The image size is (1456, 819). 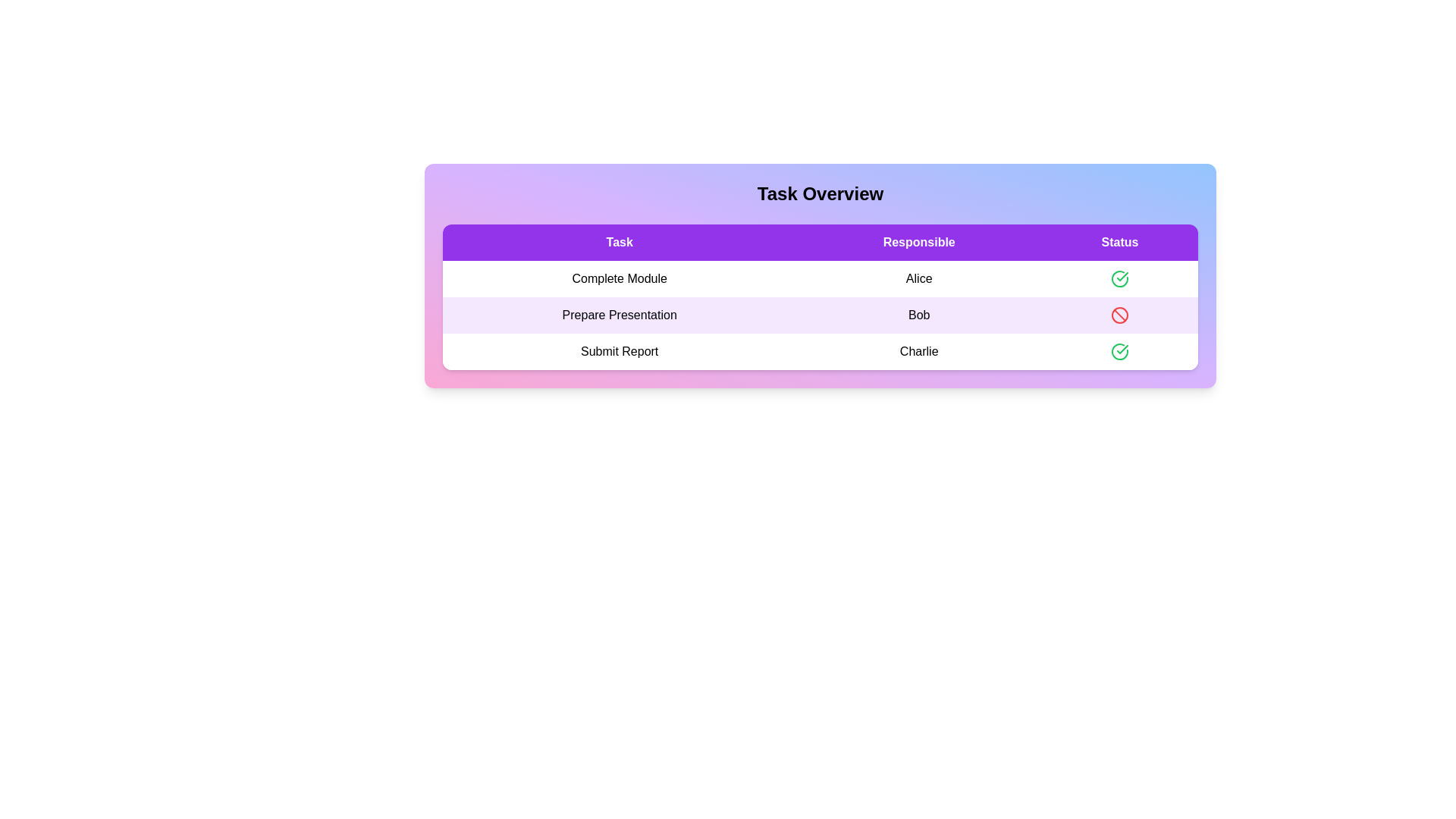 What do you see at coordinates (1122, 277) in the screenshot?
I see `the small green checkmark icon within the circular icon, representing success or completion, located near the status column for 'Charlie' in the 'Task Overview' table` at bounding box center [1122, 277].